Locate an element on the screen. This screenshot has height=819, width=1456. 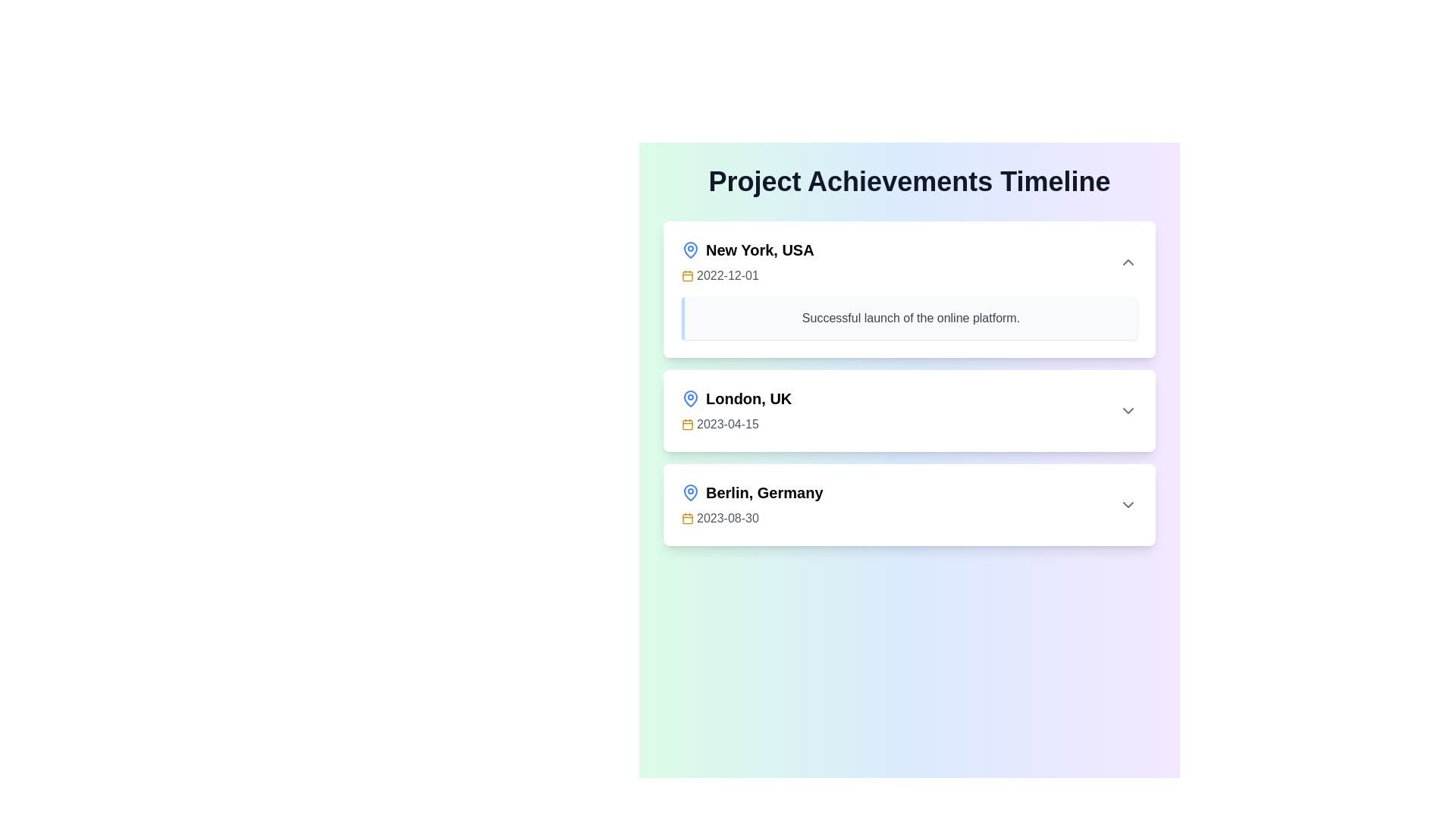
the second card in the vertically stacked timeline that conveys event information about a notable event in London on April 15, 2023 is located at coordinates (909, 411).